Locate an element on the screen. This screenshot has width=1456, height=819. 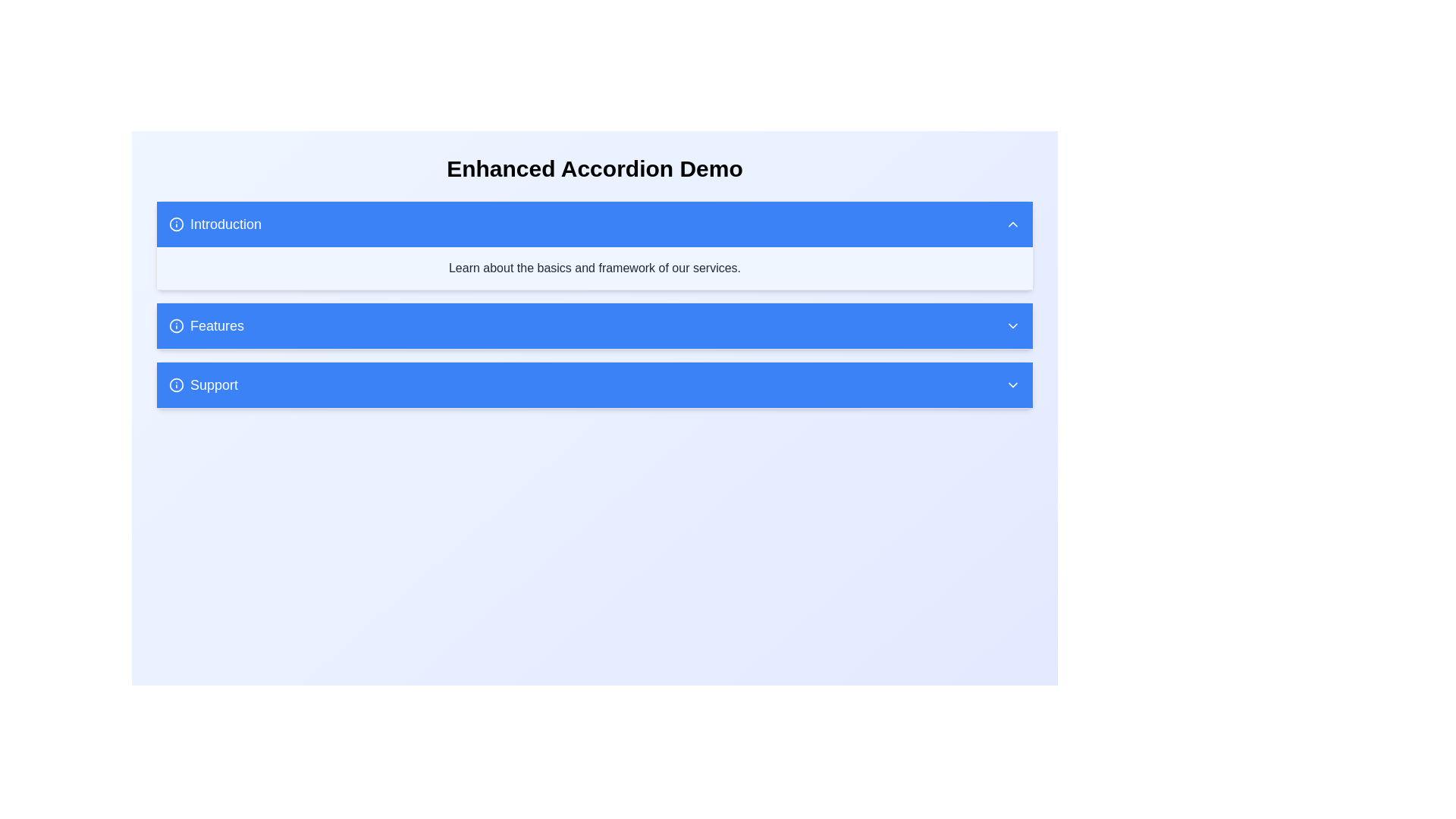
the 'Introduction' section title in the interactive accordion interface for accessibility navigation is located at coordinates (224, 224).